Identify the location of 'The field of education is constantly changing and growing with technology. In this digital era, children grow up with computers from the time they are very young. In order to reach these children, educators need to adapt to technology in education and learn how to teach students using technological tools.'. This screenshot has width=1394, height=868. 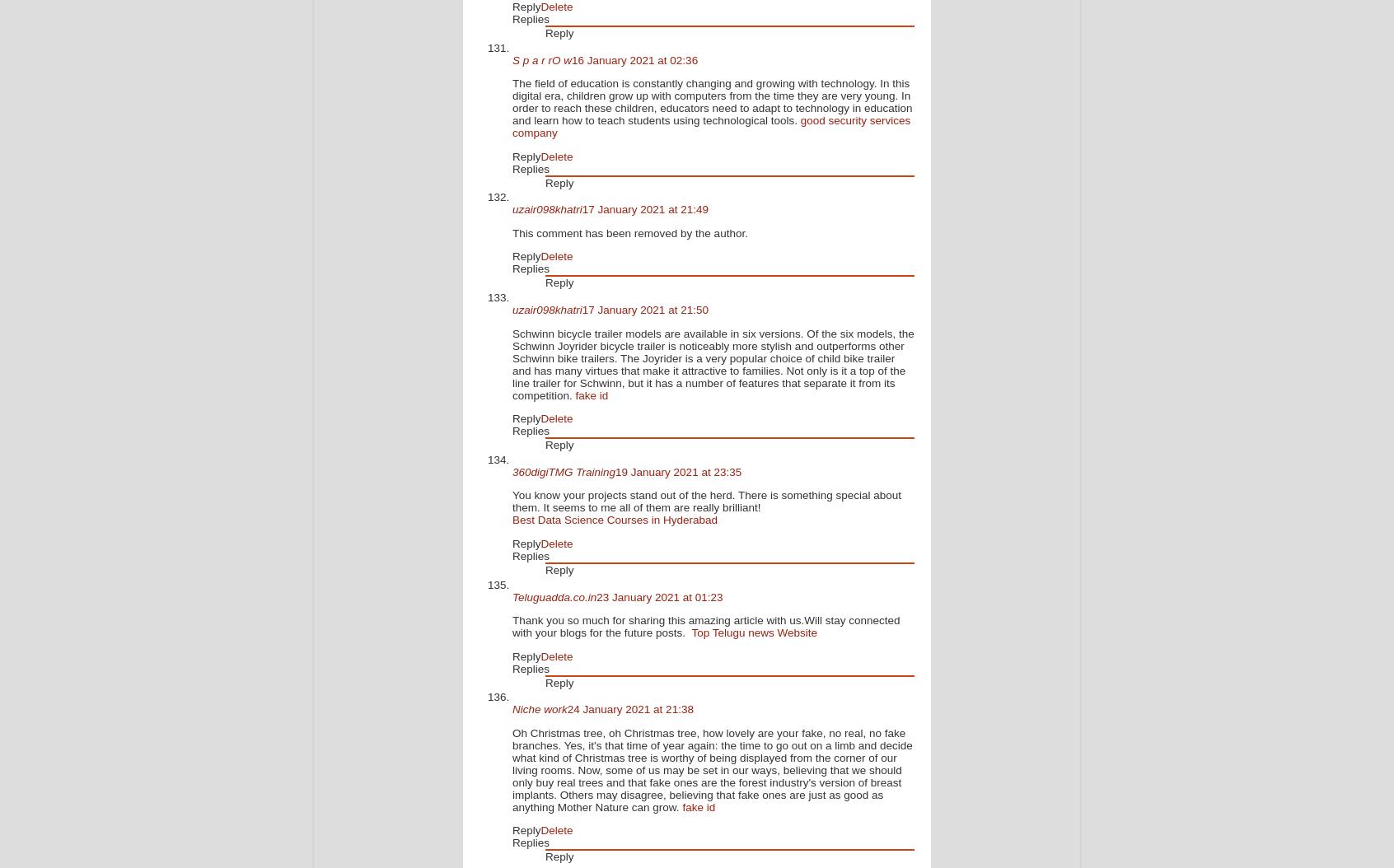
(711, 101).